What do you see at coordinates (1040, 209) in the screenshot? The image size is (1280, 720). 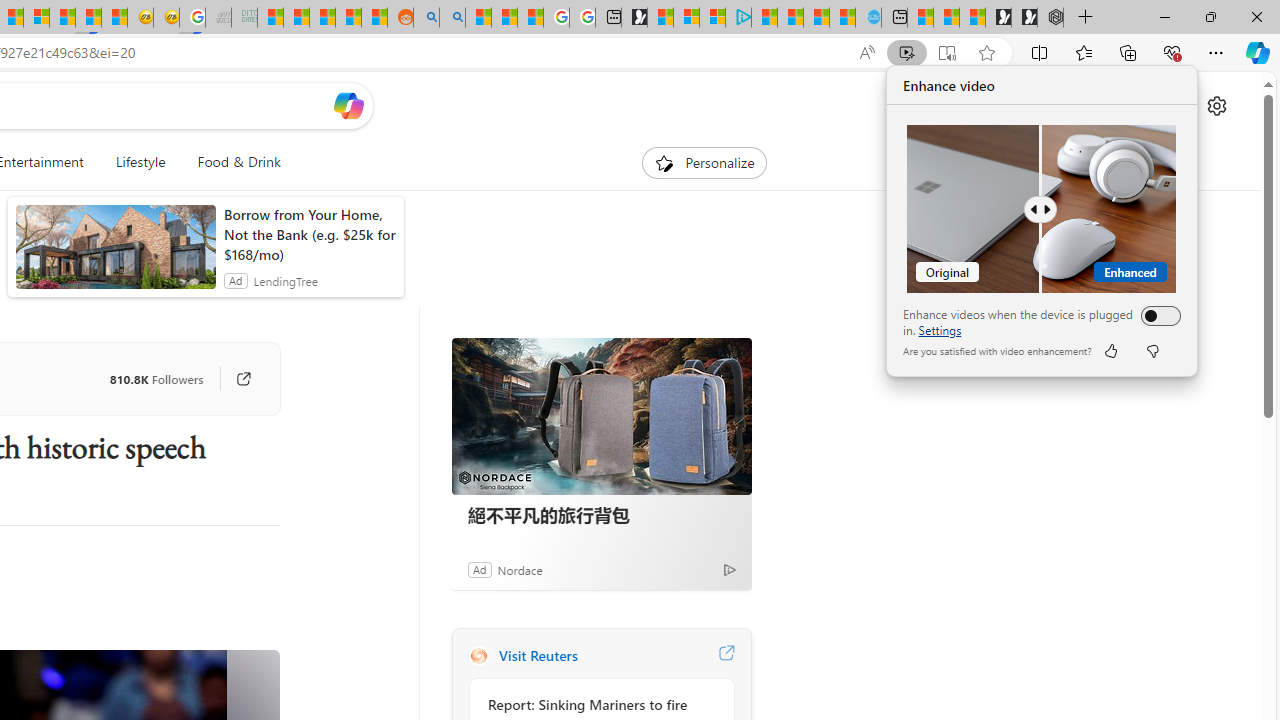 I see `'Comparision'` at bounding box center [1040, 209].